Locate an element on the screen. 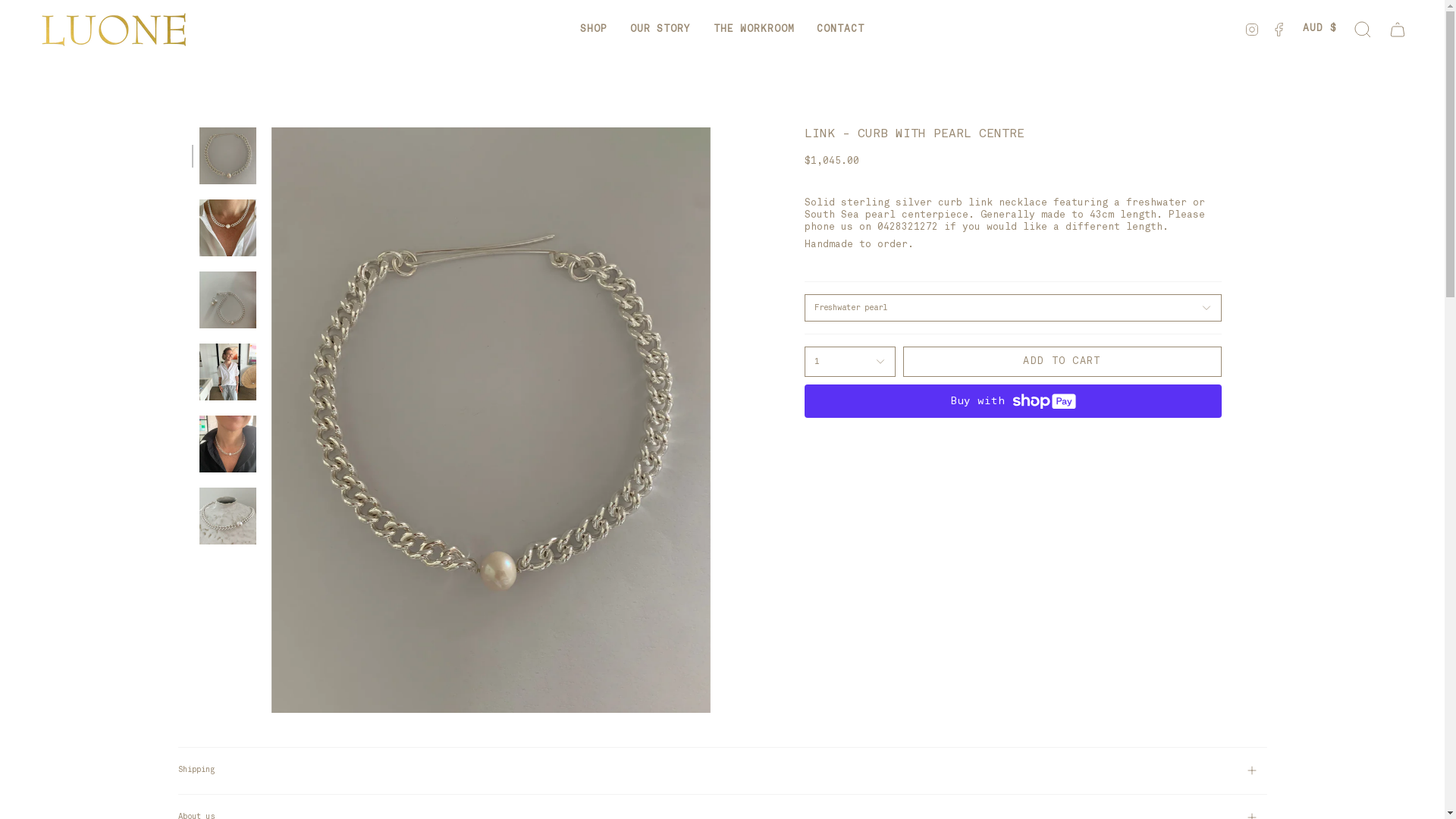 The image size is (1456, 819). 'OUR STORY' is located at coordinates (660, 29).